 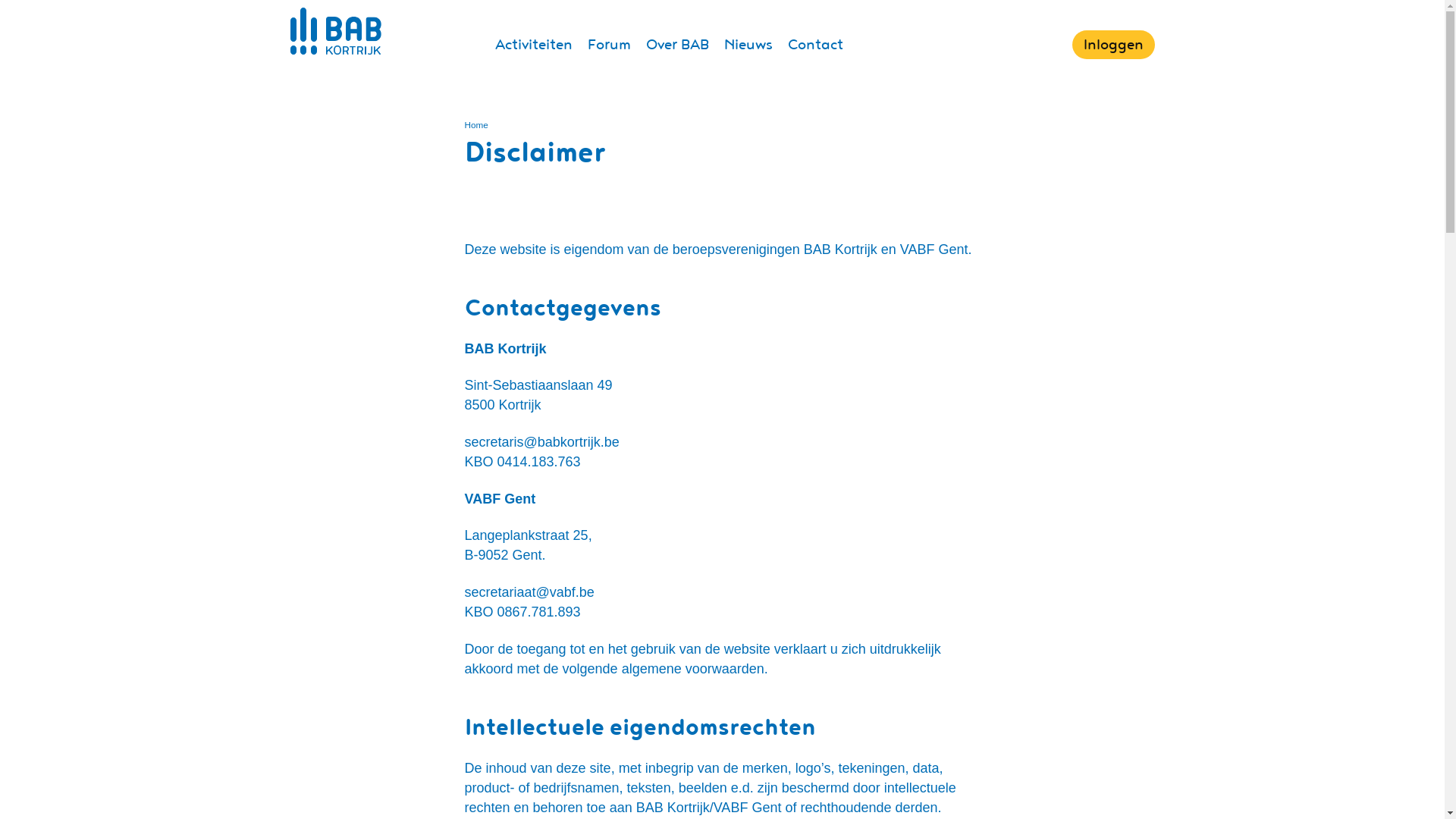 What do you see at coordinates (0, 0) in the screenshot?
I see `'Overslaan en naar de inhoud gaan'` at bounding box center [0, 0].